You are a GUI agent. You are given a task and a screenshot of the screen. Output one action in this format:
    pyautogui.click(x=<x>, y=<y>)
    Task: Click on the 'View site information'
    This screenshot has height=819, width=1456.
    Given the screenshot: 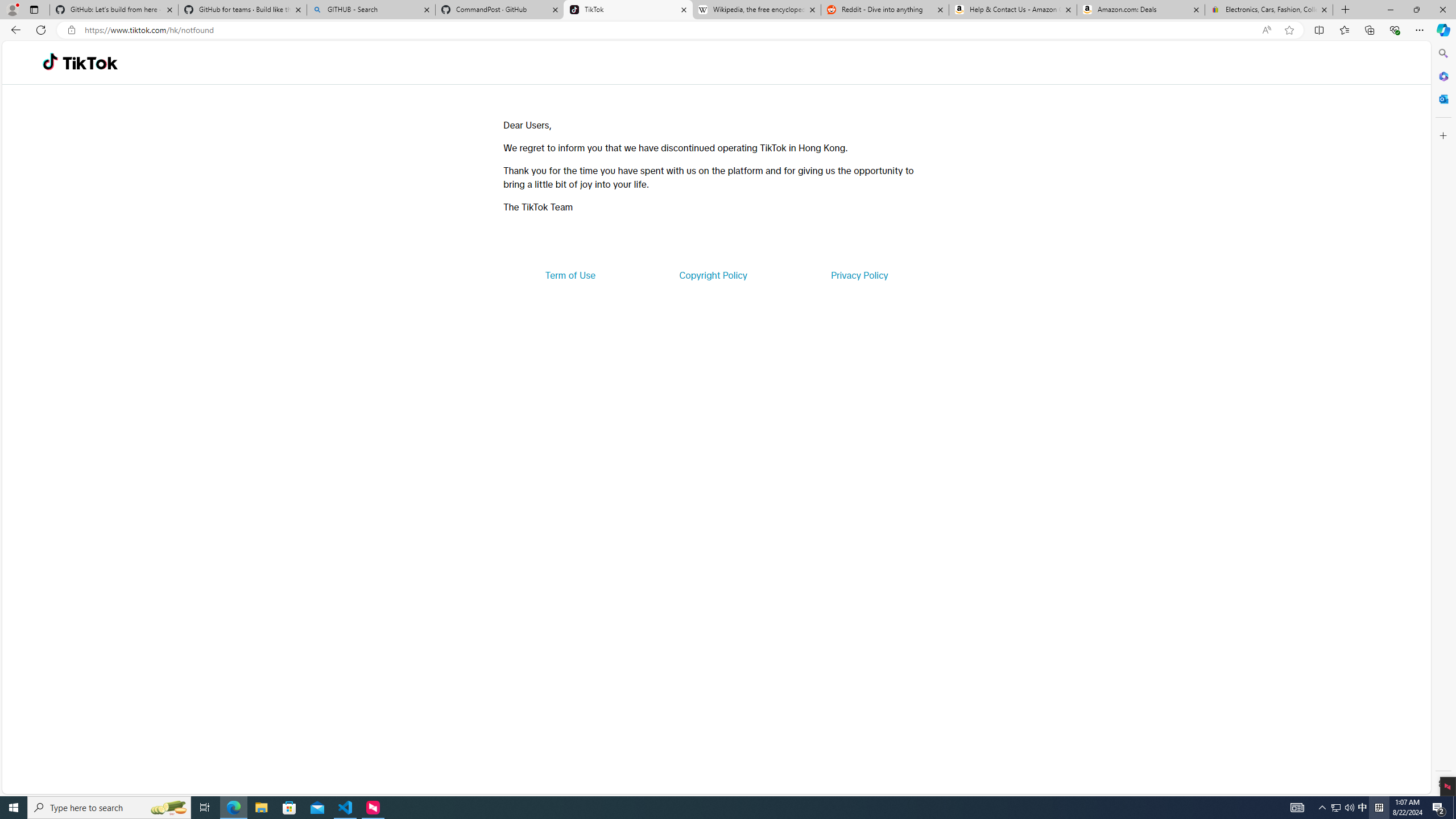 What is the action you would take?
    pyautogui.click(x=71, y=30)
    